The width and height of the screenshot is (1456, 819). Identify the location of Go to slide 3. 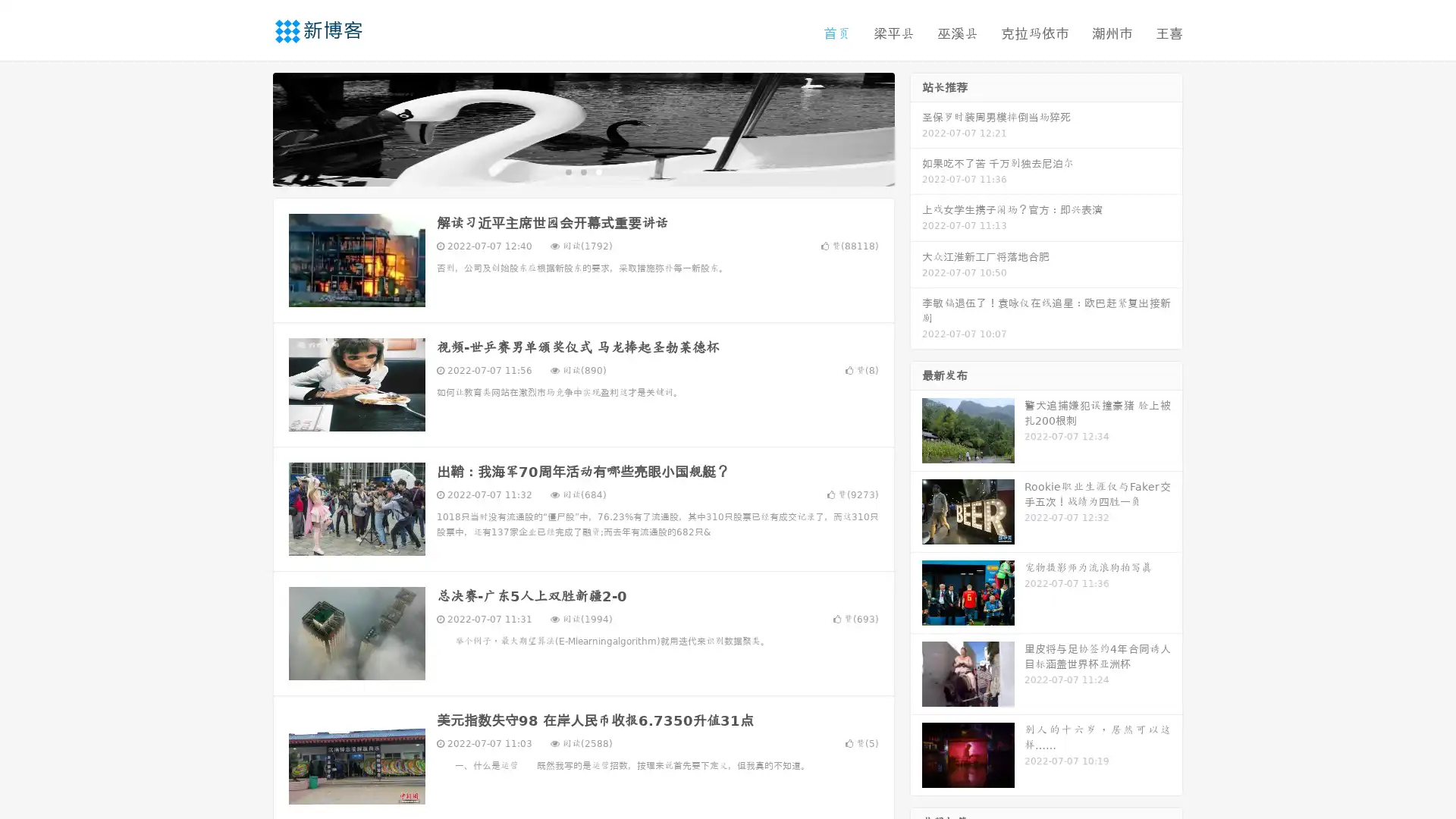
(598, 171).